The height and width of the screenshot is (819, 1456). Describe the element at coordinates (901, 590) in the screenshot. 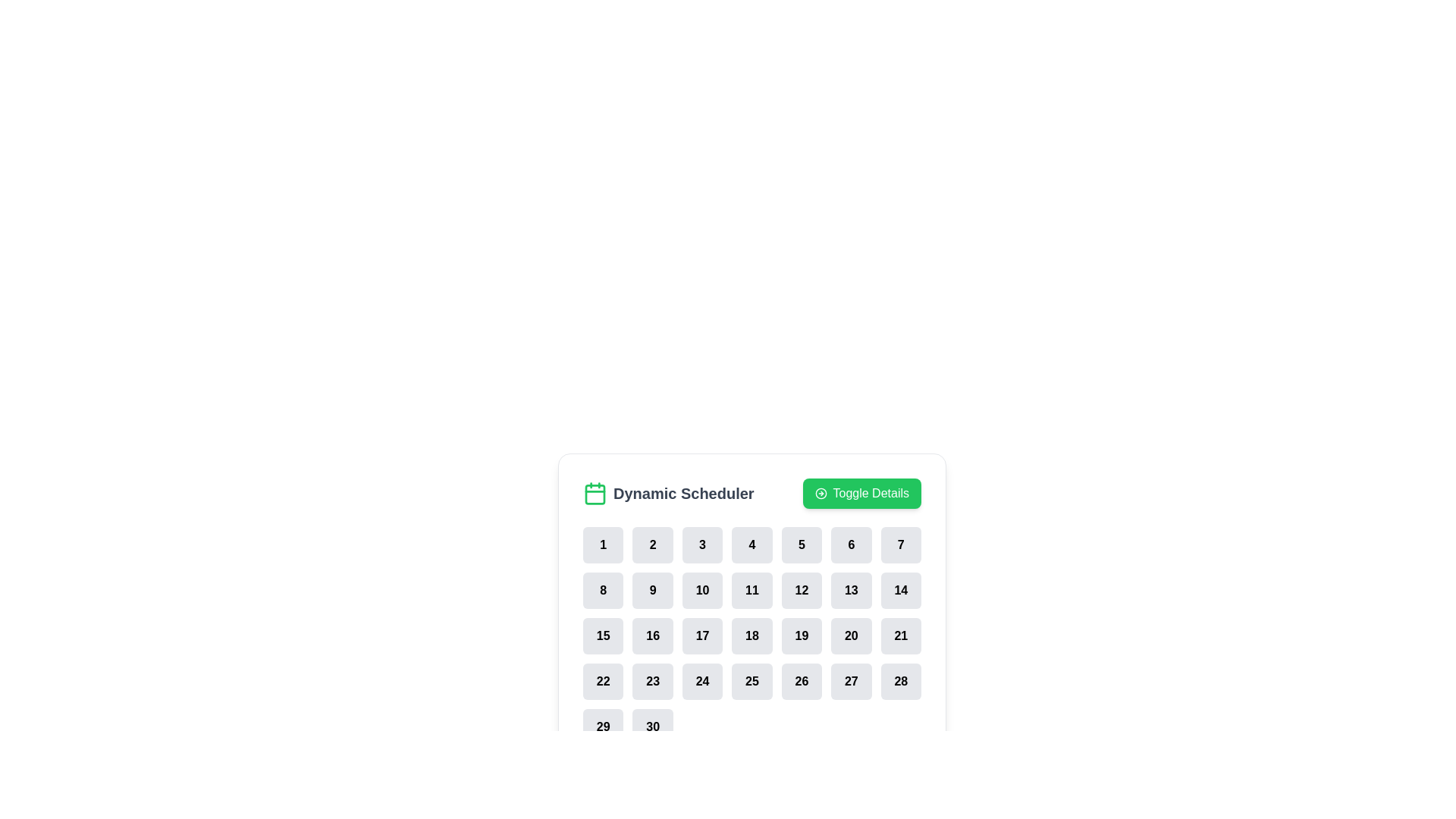

I see `the square-shaped button labeled '14' with a gray background and rounded corners, located` at that location.